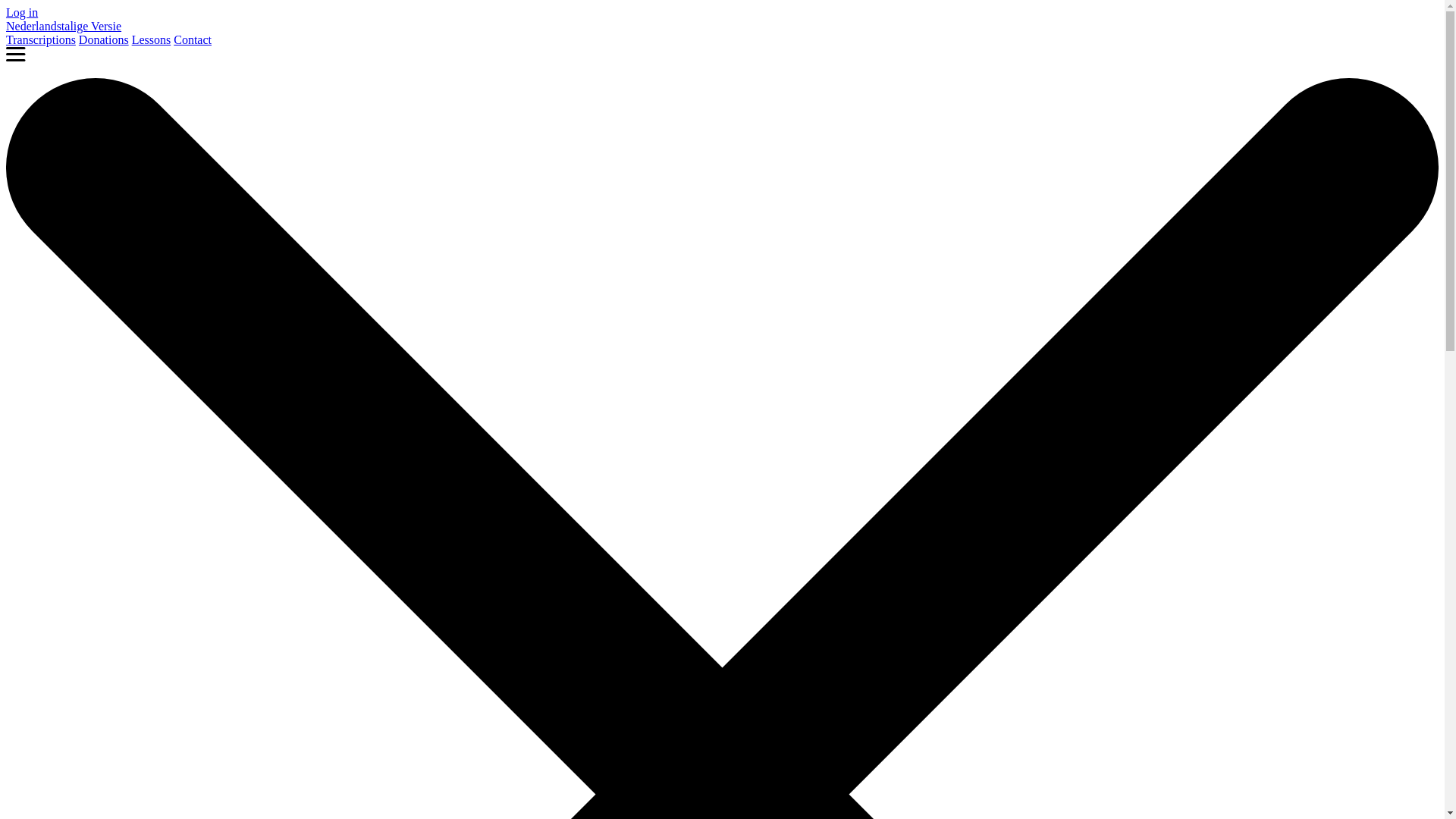  I want to click on 'Log in', so click(6, 12).